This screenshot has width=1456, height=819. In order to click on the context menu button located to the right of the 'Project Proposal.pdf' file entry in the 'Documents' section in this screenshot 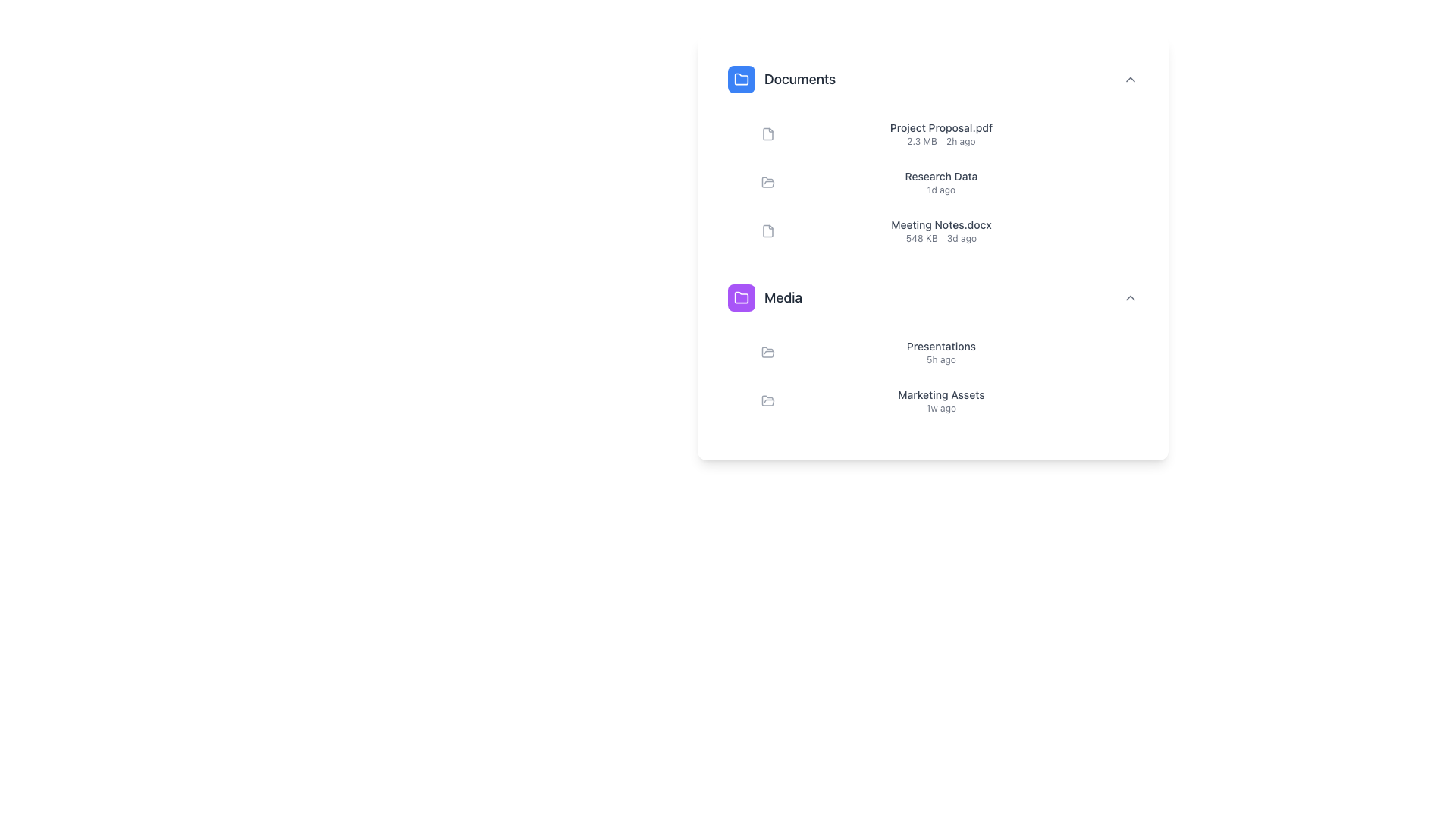, I will do `click(1131, 133)`.